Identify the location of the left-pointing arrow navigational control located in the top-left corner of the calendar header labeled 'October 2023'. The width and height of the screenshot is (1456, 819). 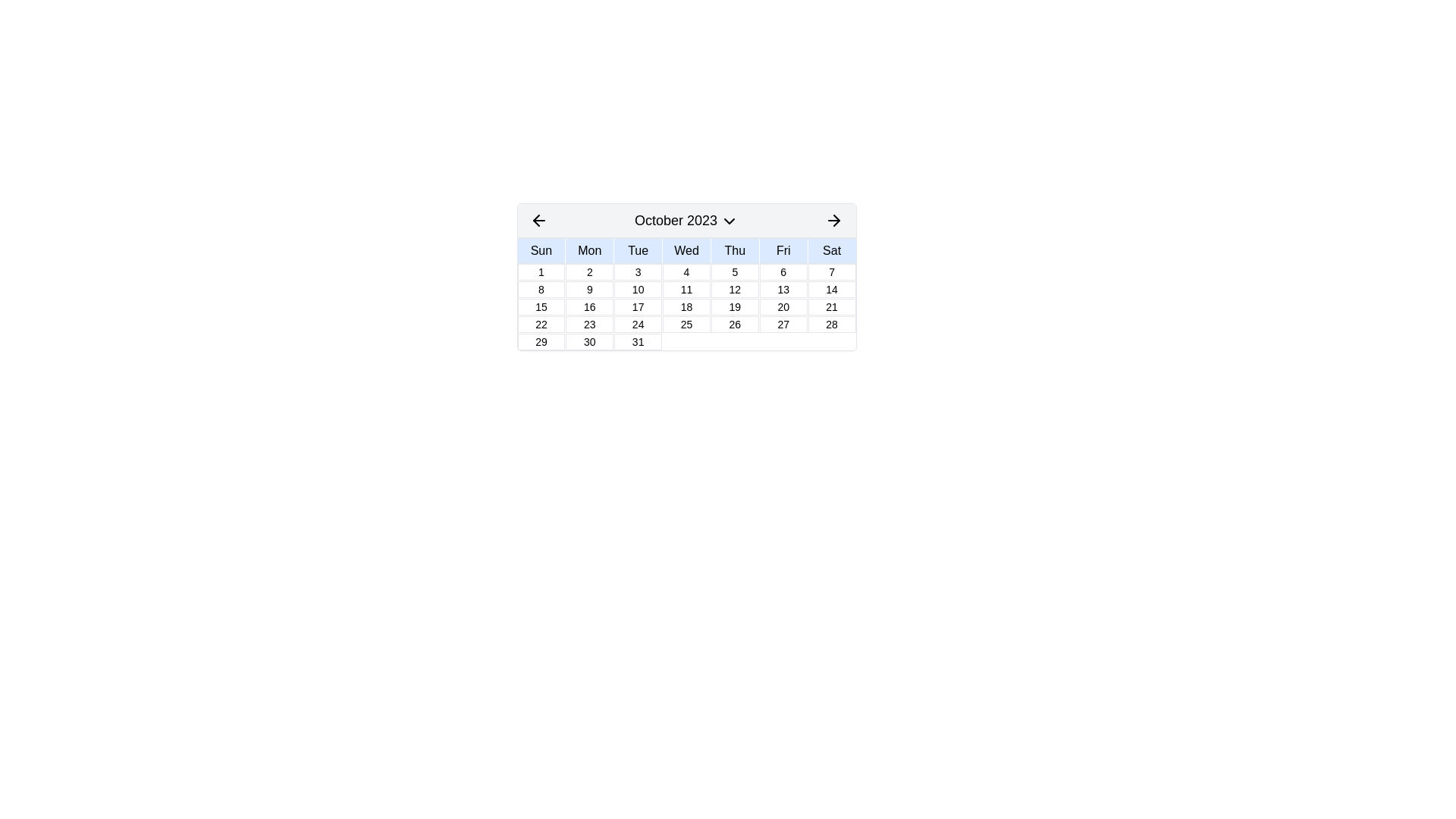
(538, 220).